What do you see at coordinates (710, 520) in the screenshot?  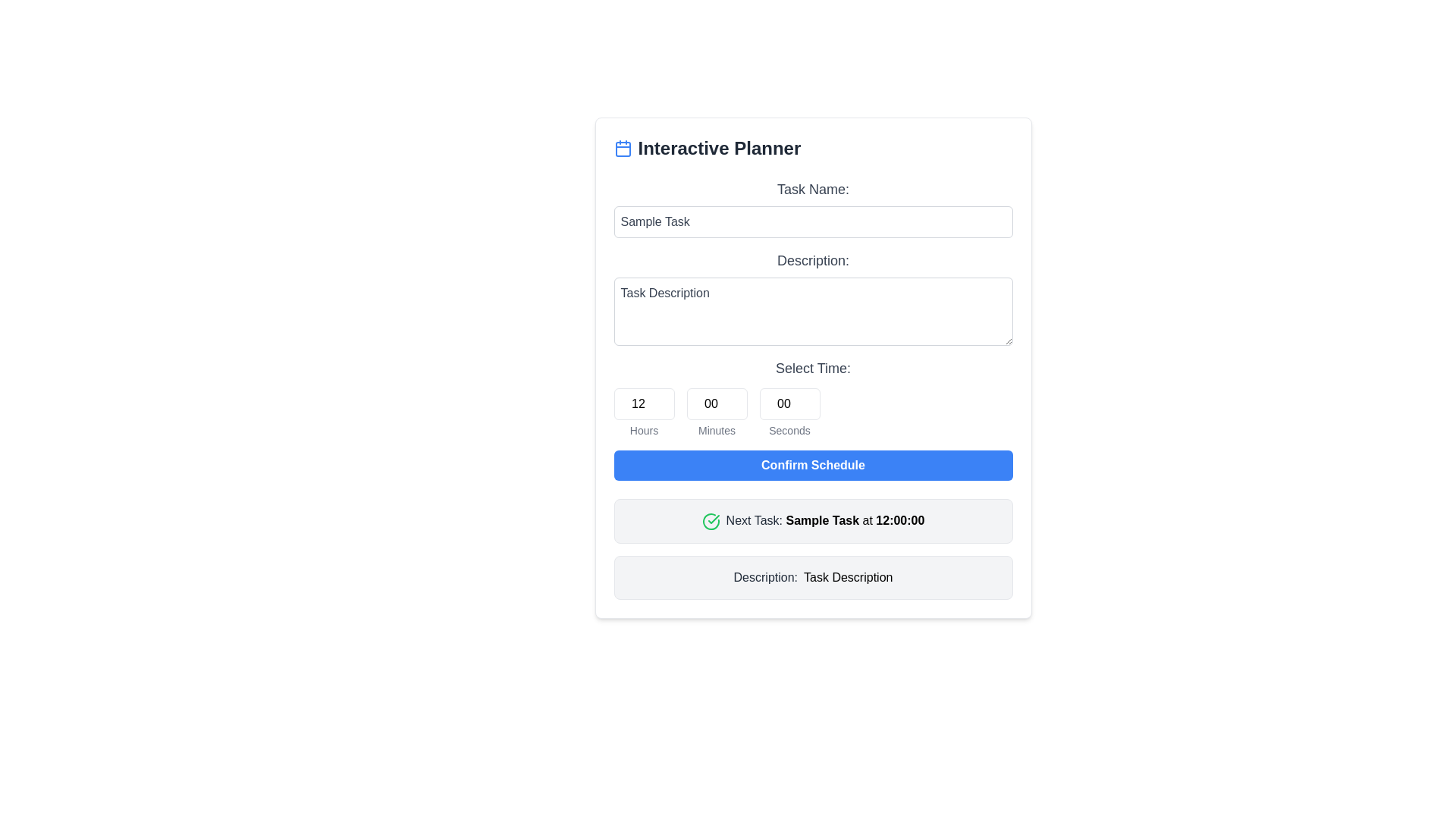 I see `the completed status icon located at the beginning of the 'Next Task: Sample Task at 12:00:00' section` at bounding box center [710, 520].